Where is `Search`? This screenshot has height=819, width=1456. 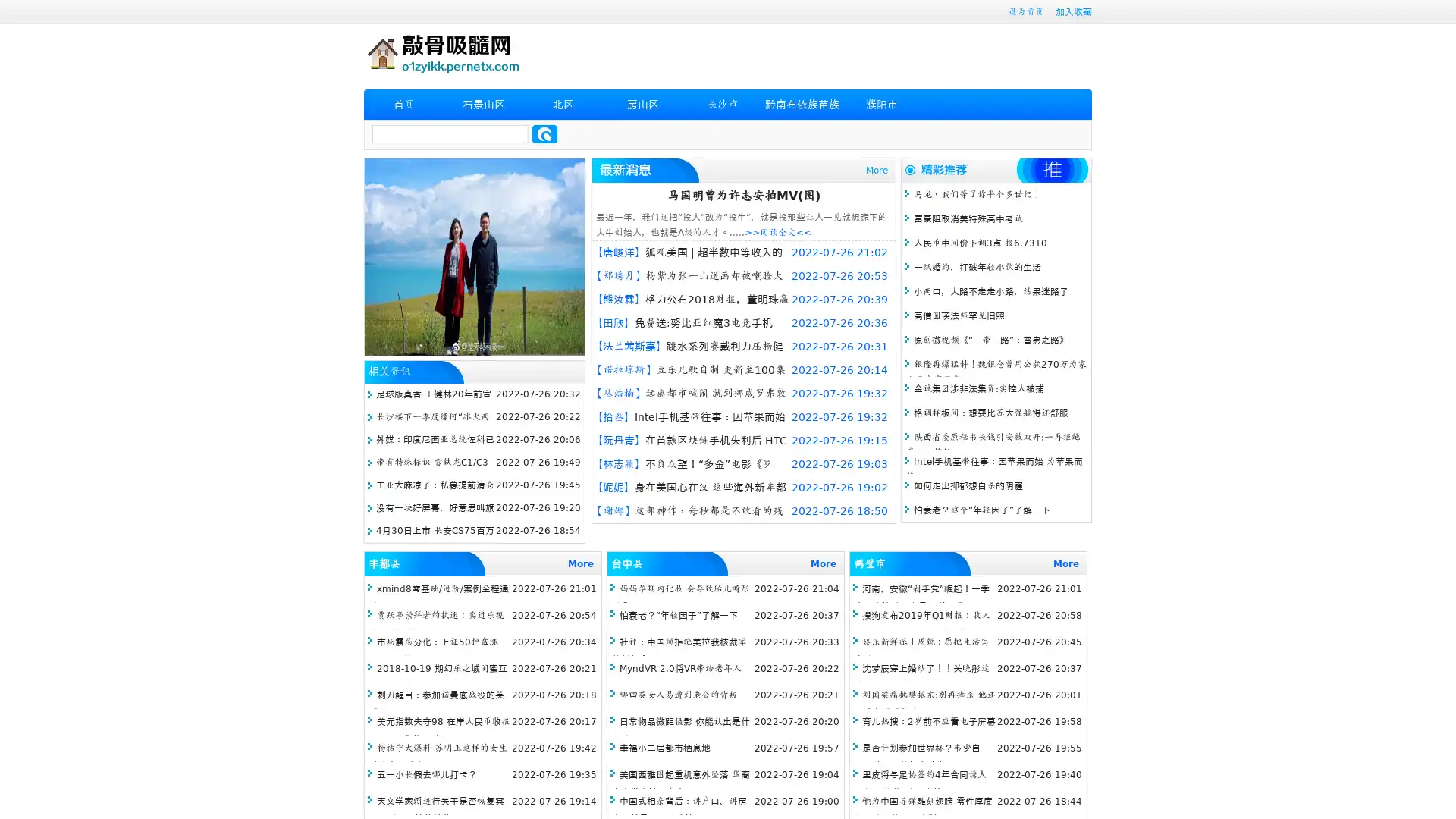
Search is located at coordinates (544, 133).